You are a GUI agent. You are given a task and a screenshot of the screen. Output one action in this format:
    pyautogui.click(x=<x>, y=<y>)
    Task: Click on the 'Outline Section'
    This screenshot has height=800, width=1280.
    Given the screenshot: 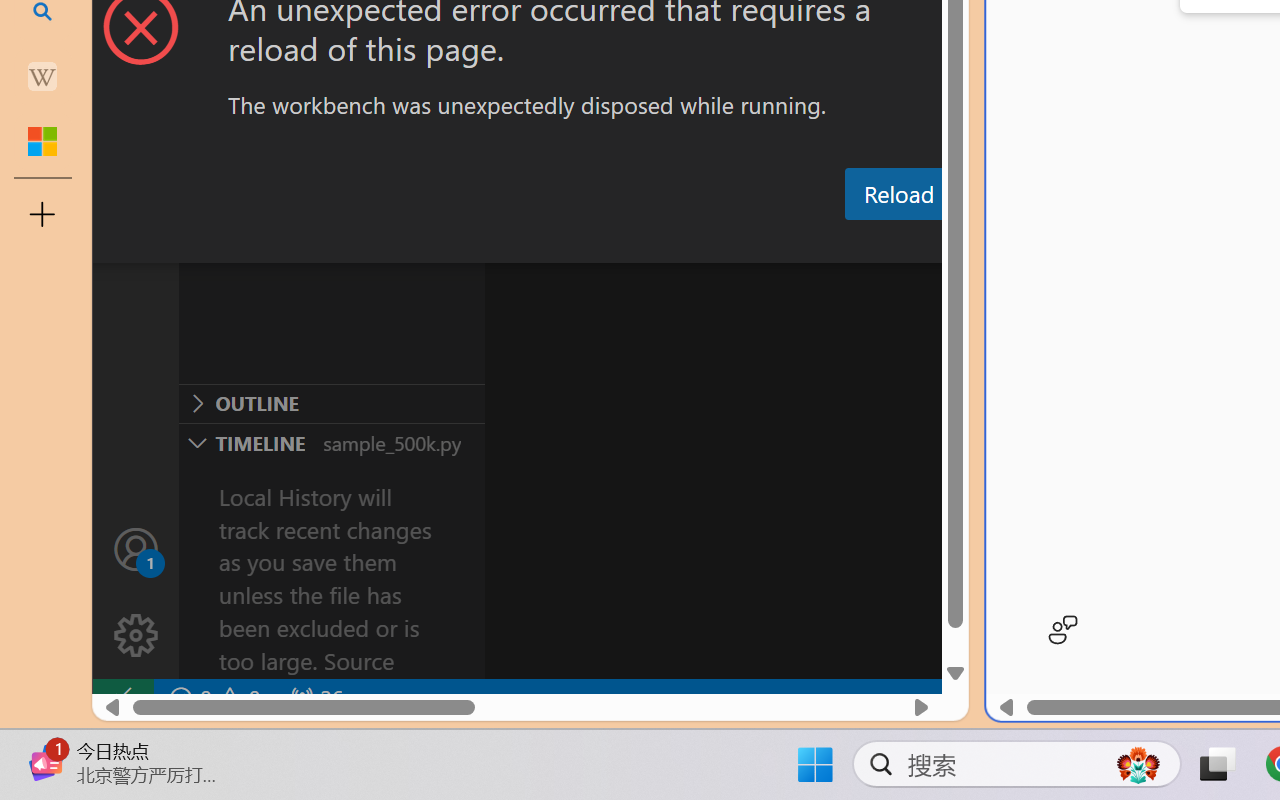 What is the action you would take?
    pyautogui.click(x=331, y=403)
    